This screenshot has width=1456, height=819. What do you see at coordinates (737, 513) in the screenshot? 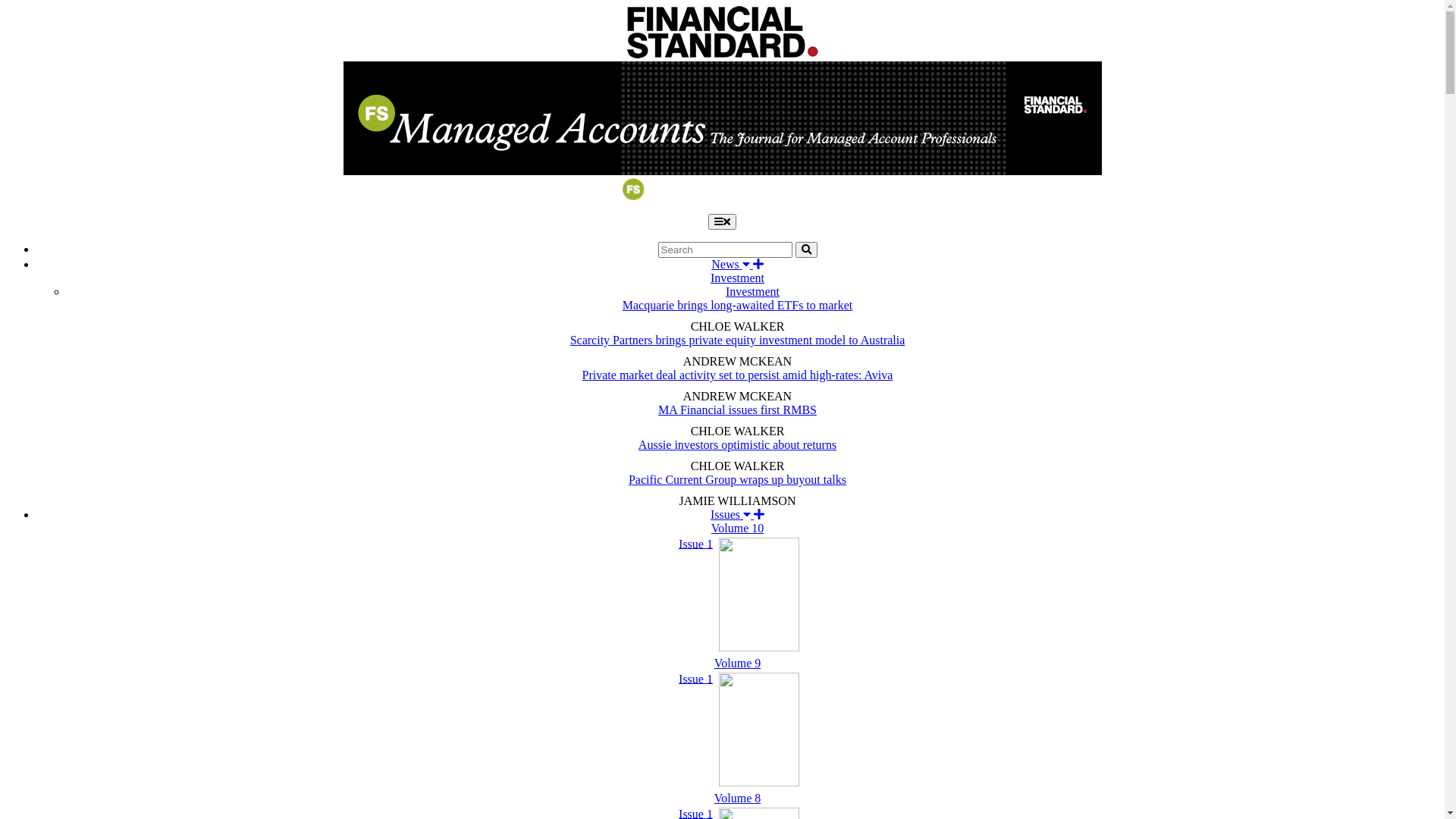
I see `'Issues'` at bounding box center [737, 513].